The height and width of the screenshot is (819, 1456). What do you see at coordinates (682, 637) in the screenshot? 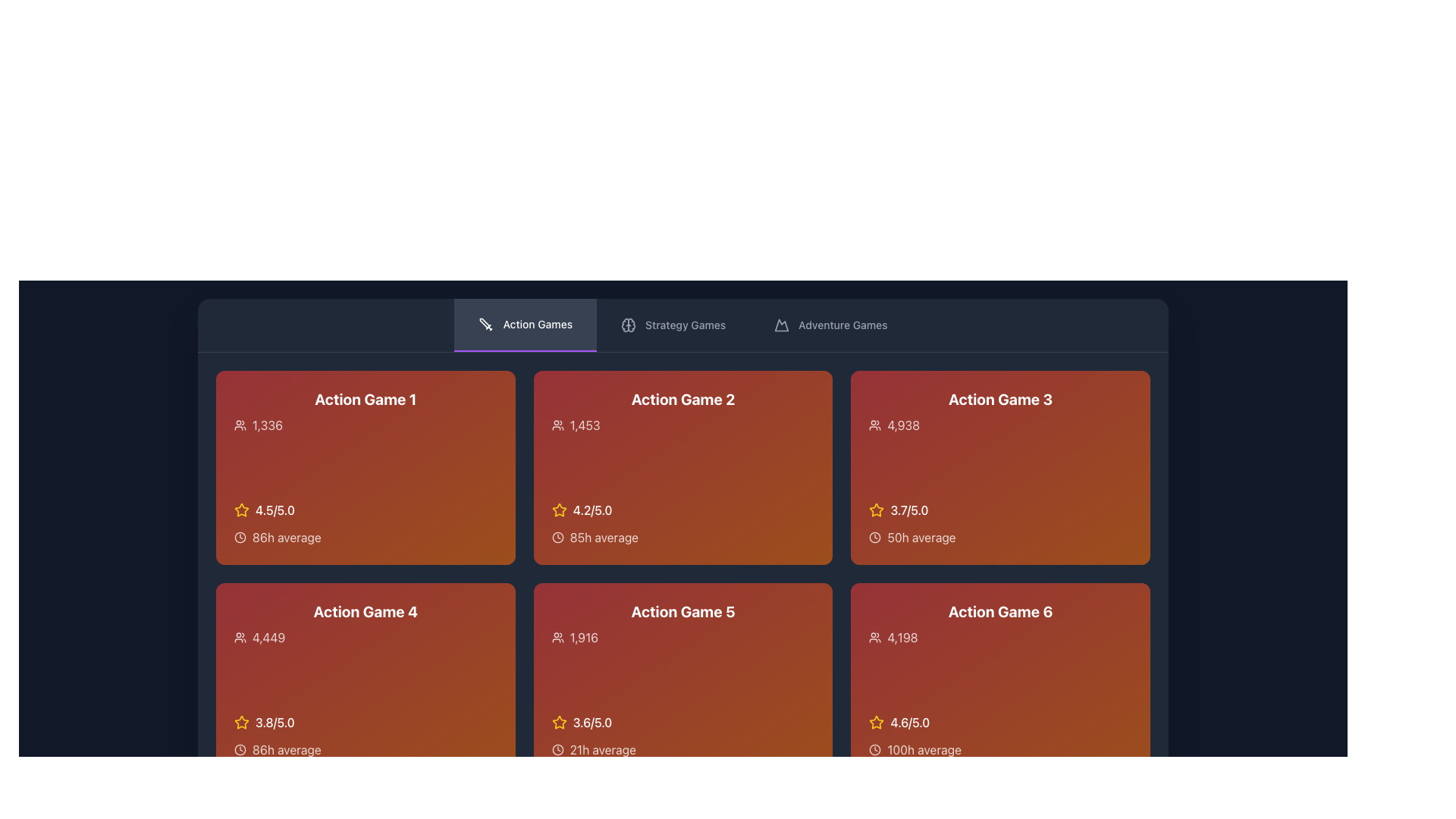
I see `the text display label showing the static information '1,916'` at bounding box center [682, 637].